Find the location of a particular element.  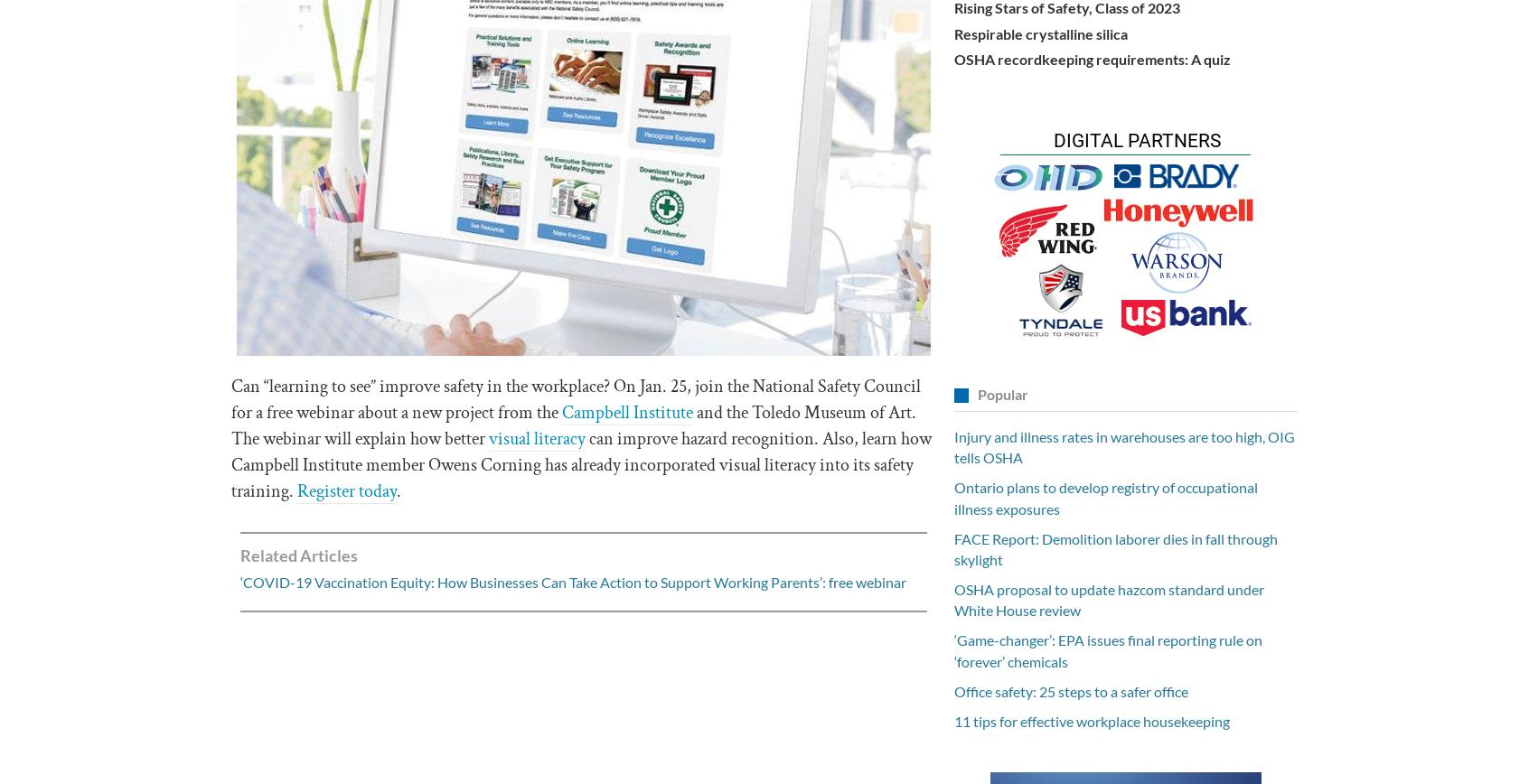

'OSHA recordkeeping requirements: A quiz' is located at coordinates (1092, 58).